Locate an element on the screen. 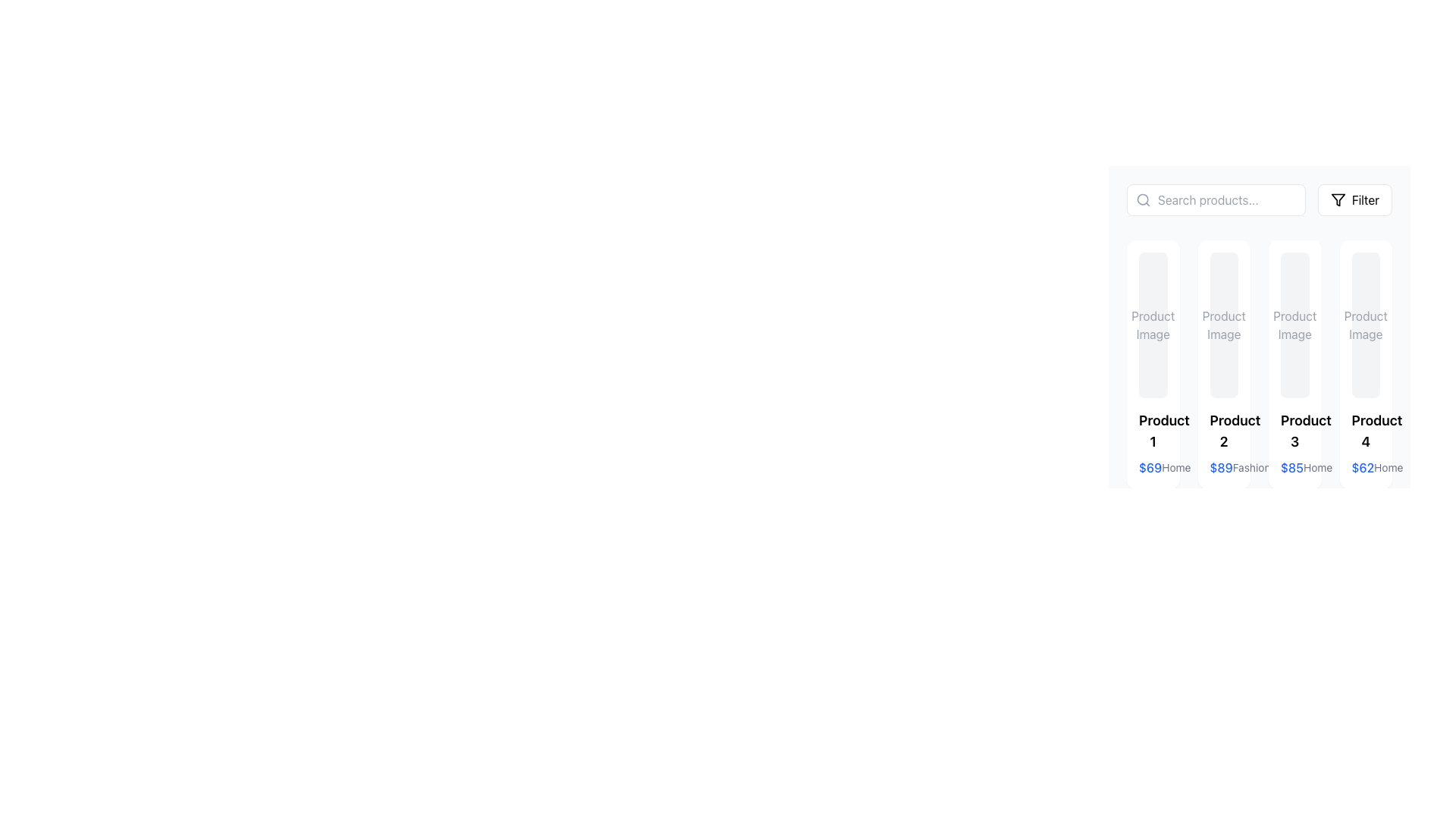 The image size is (1456, 819). the text label displaying 'Home' in a smaller, gray font, which is located directly to the right of the price '$69' and below 'Product 1' is located at coordinates (1175, 467).